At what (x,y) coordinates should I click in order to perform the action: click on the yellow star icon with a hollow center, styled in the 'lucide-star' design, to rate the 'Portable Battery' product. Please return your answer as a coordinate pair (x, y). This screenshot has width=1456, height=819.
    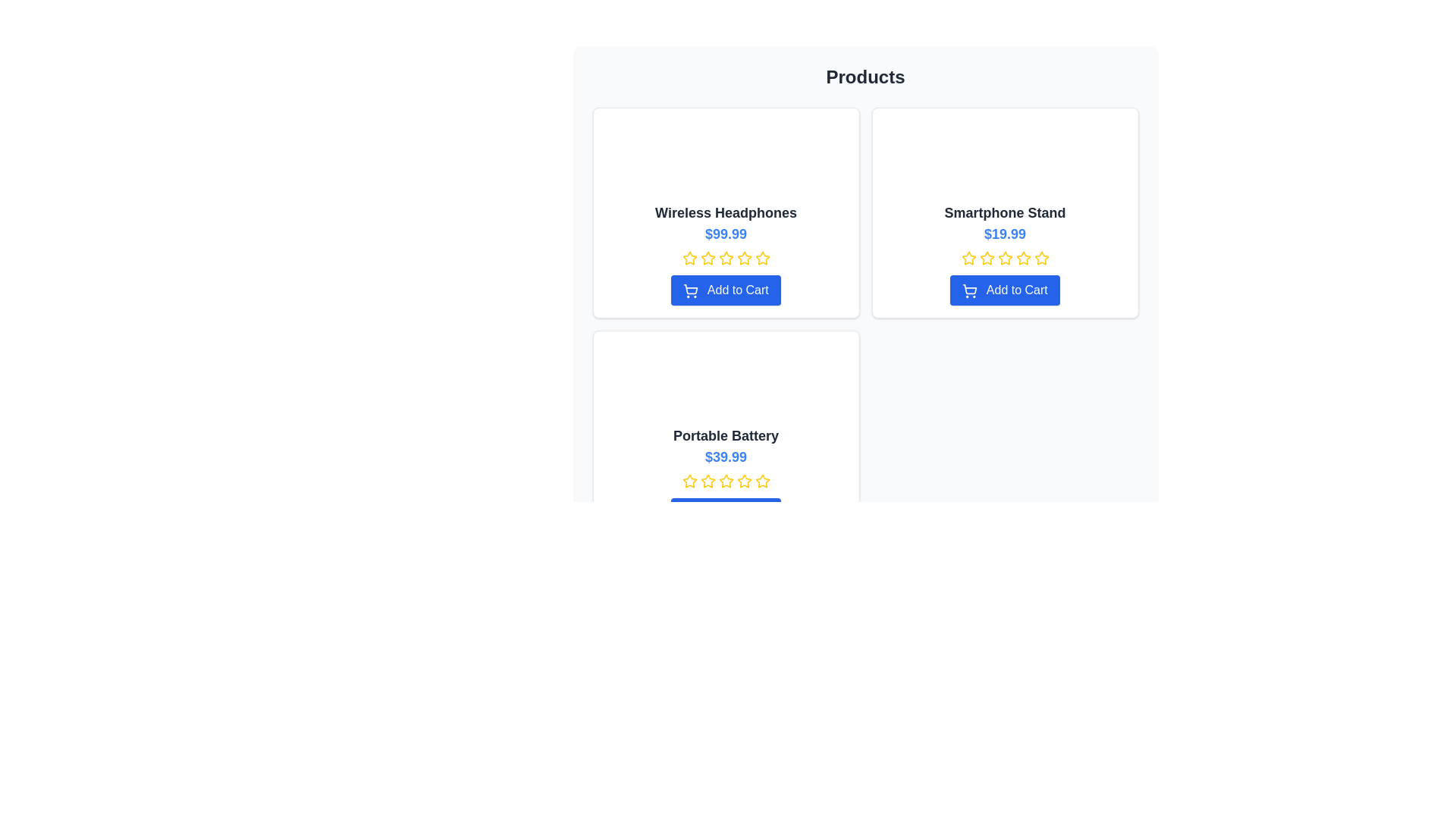
    Looking at the image, I should click on (744, 482).